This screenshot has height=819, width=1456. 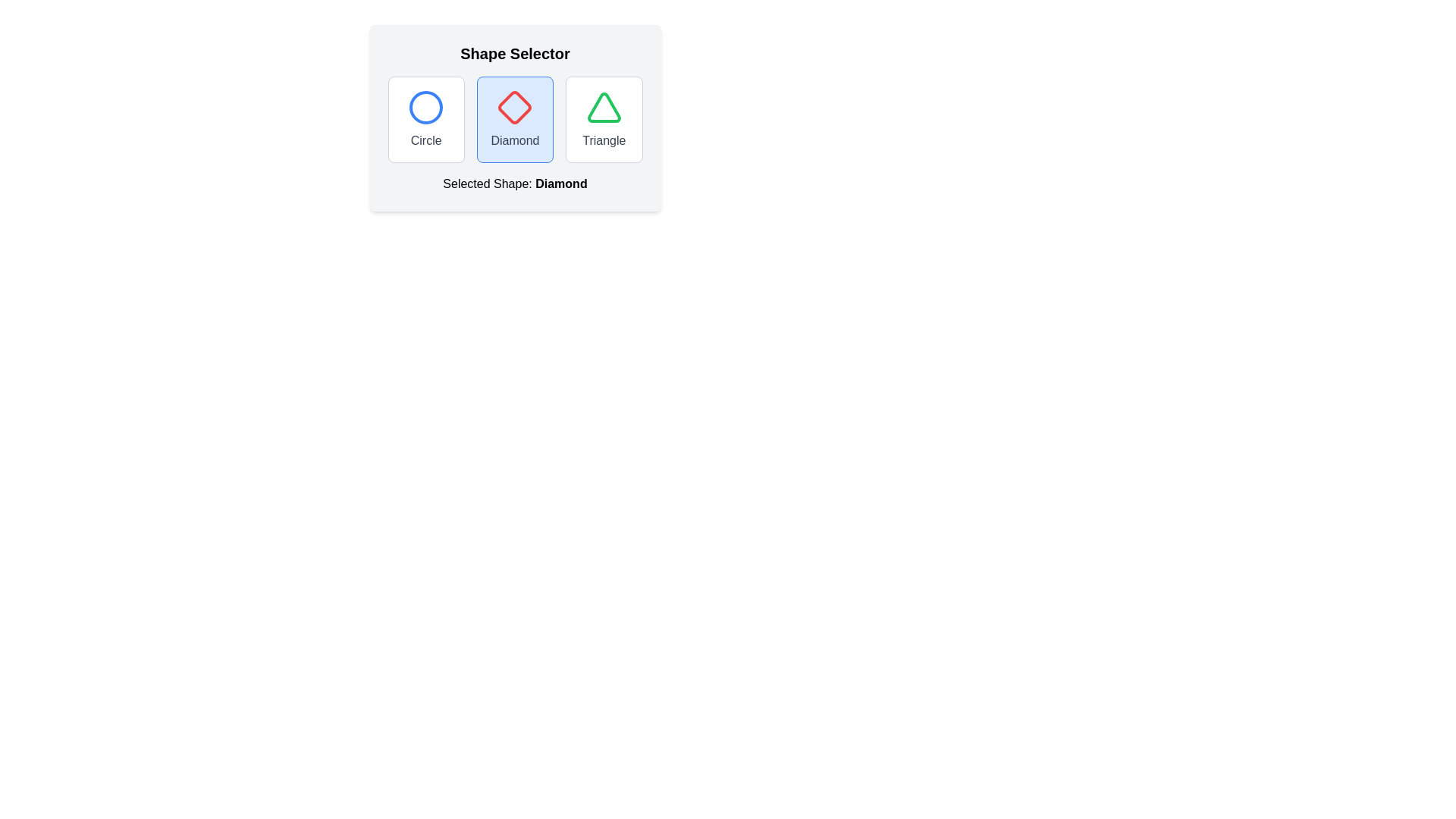 What do you see at coordinates (515, 107) in the screenshot?
I see `the diamond-shaped icon in the 'Diamond' labeled selection box` at bounding box center [515, 107].